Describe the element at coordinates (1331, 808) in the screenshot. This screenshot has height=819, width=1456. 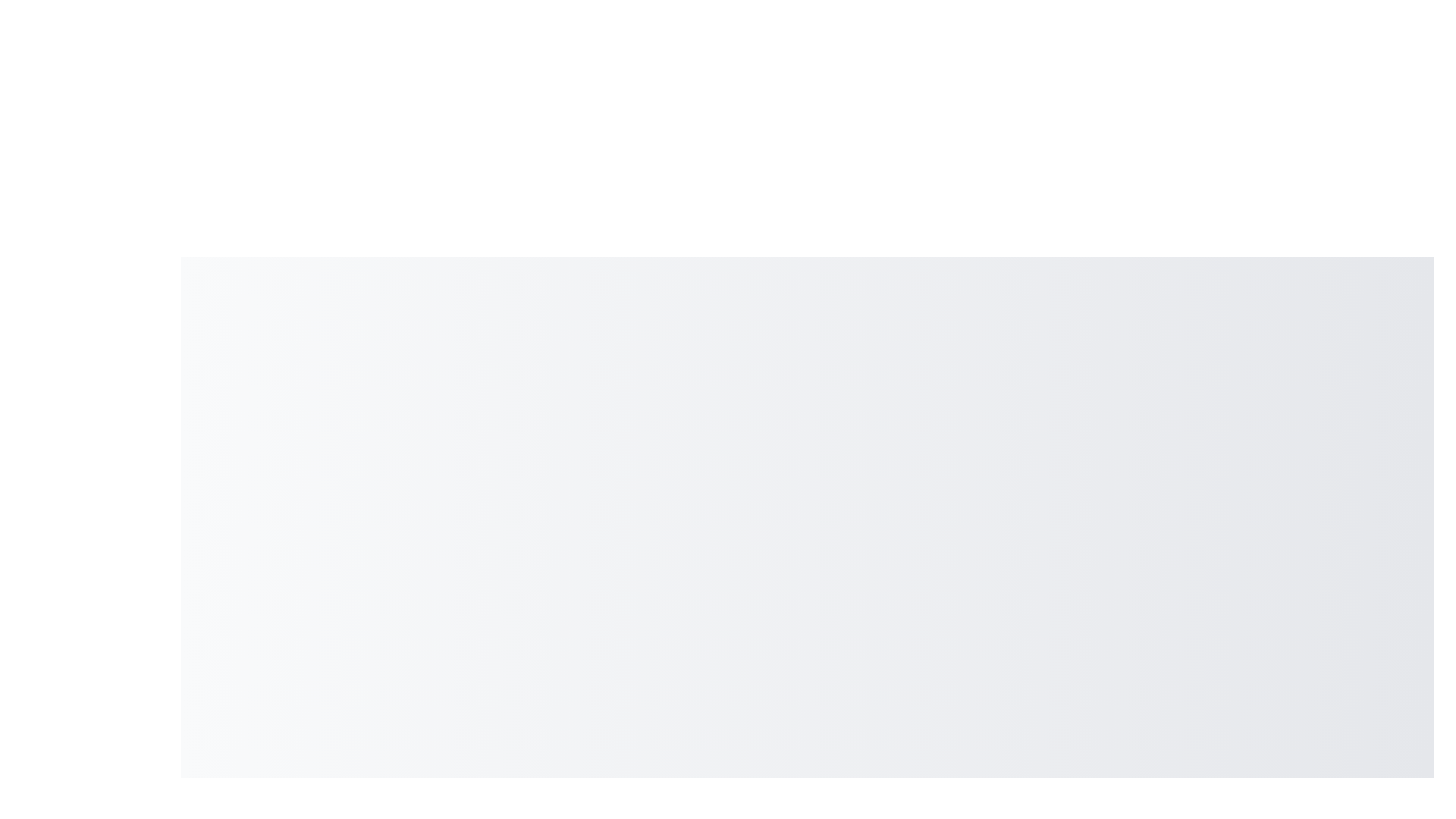
I see `the speed dial button to toggle the menu visibility` at that location.